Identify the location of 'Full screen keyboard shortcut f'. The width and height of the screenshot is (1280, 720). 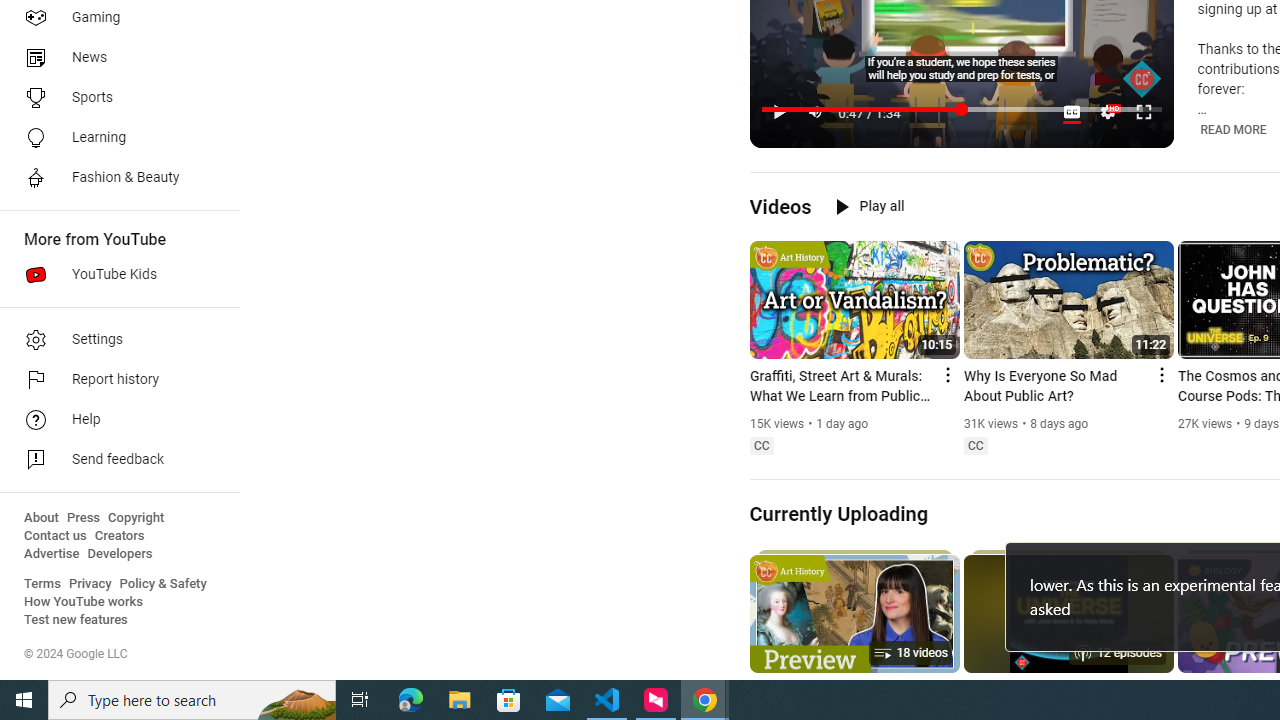
(1143, 112).